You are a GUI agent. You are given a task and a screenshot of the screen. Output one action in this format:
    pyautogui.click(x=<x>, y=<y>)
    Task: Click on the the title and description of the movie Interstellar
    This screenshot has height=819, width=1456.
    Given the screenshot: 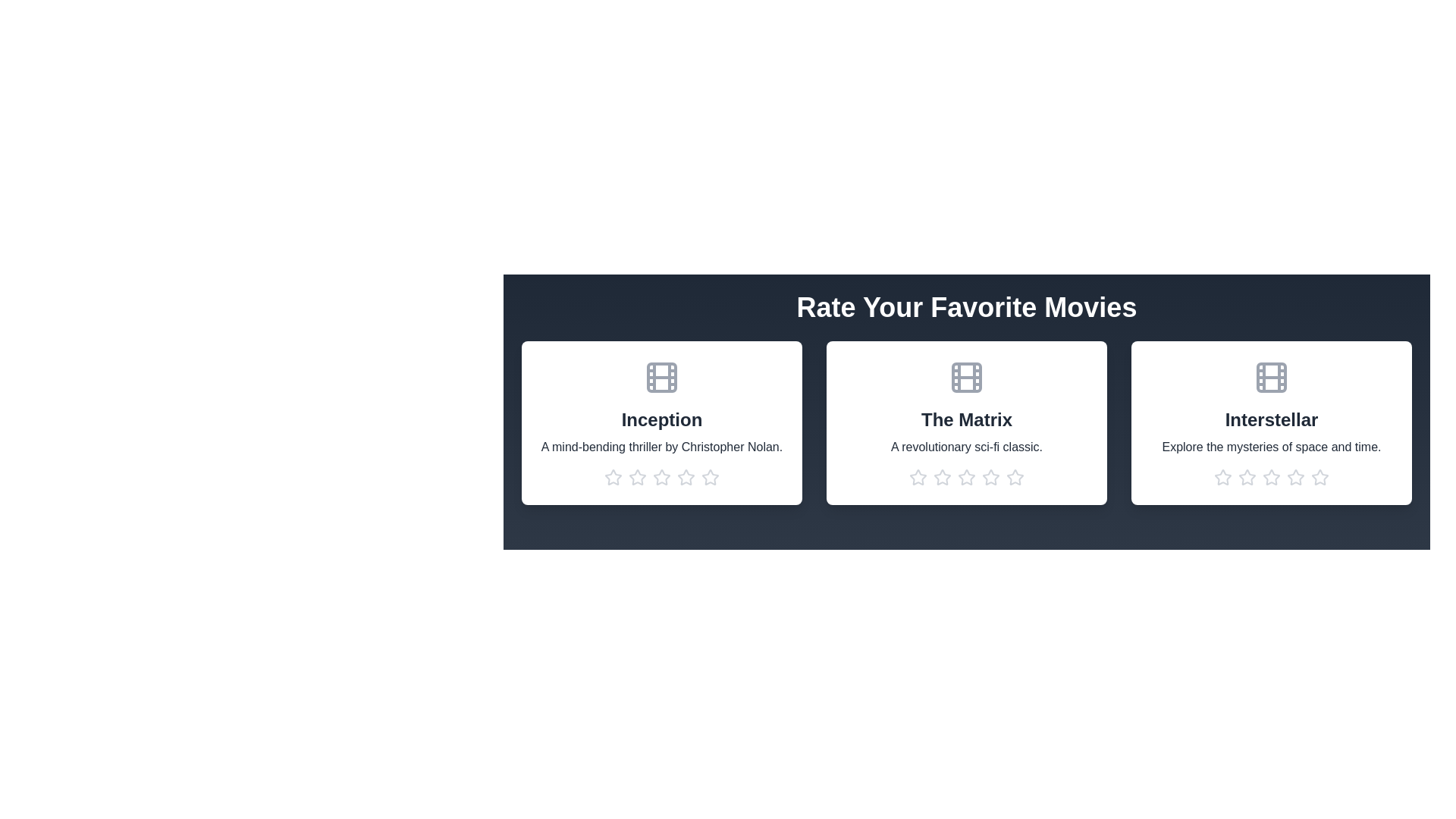 What is the action you would take?
    pyautogui.click(x=1271, y=420)
    